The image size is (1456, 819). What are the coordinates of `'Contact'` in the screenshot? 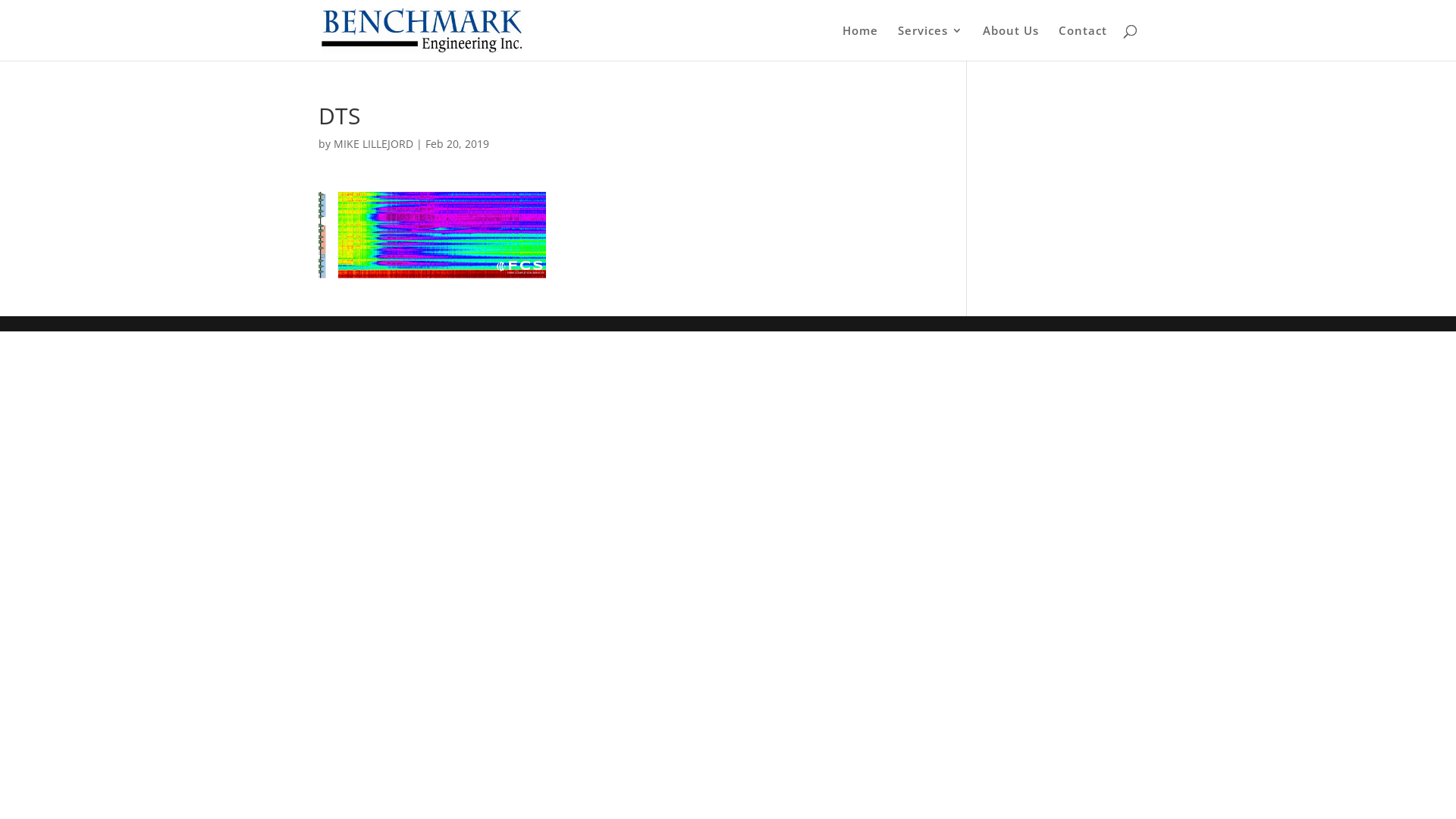 It's located at (1081, 42).